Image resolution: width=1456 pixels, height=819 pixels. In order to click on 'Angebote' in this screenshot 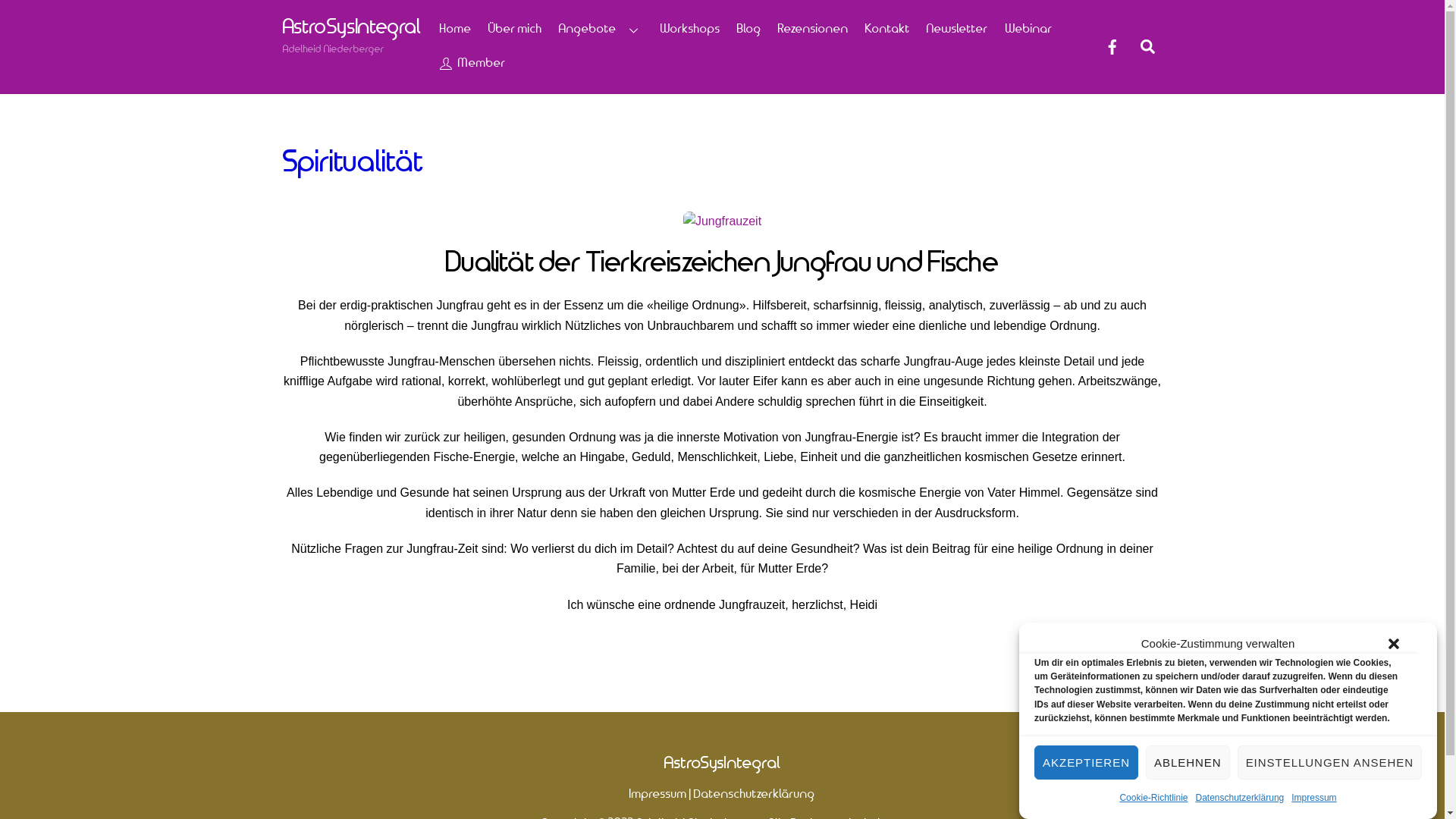, I will do `click(600, 29)`.